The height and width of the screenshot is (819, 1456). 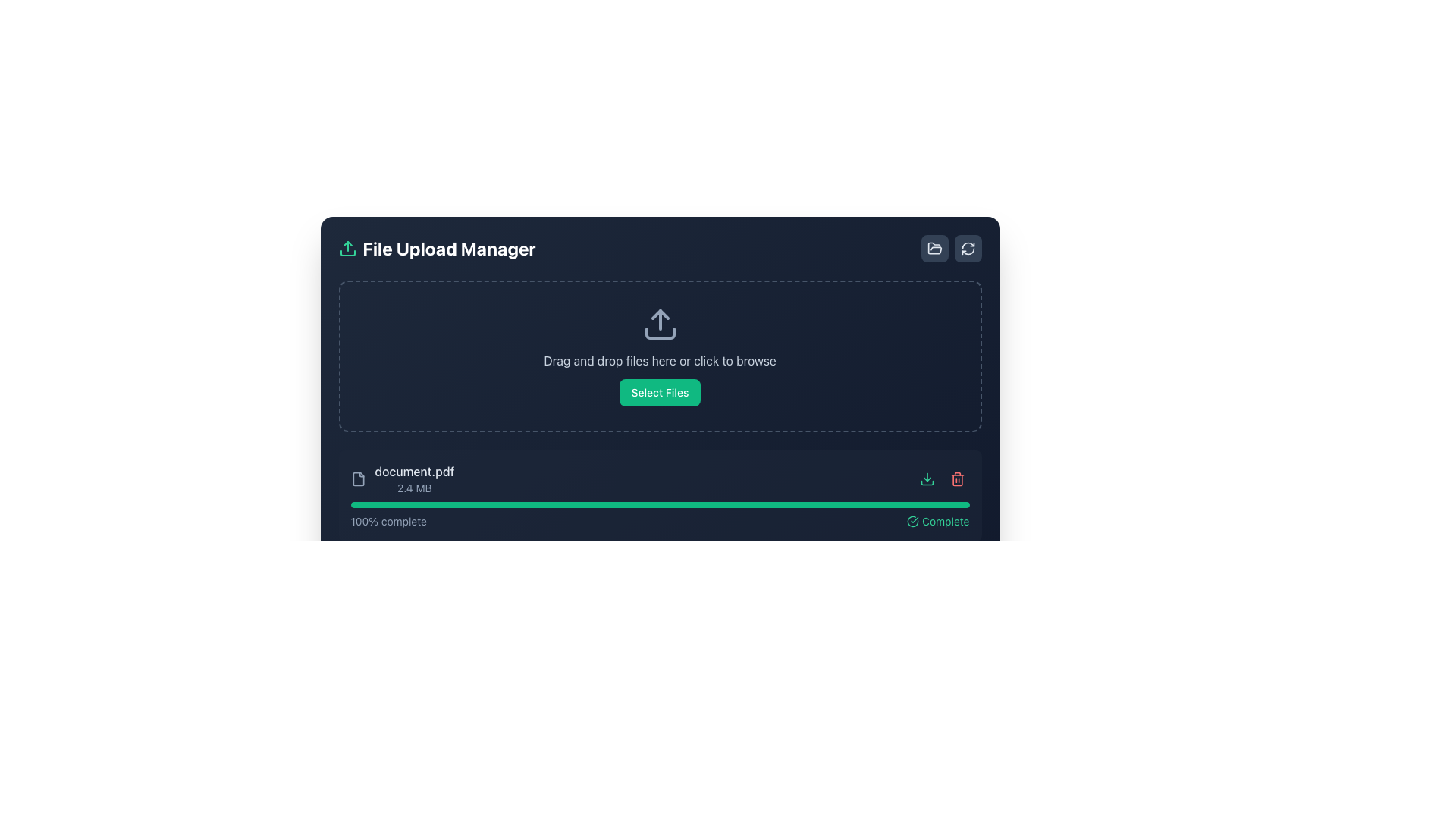 I want to click on the trash icon button, which is a circular button with a red delete icon, located at the bottom-right corner of the file entry row, so click(x=956, y=479).